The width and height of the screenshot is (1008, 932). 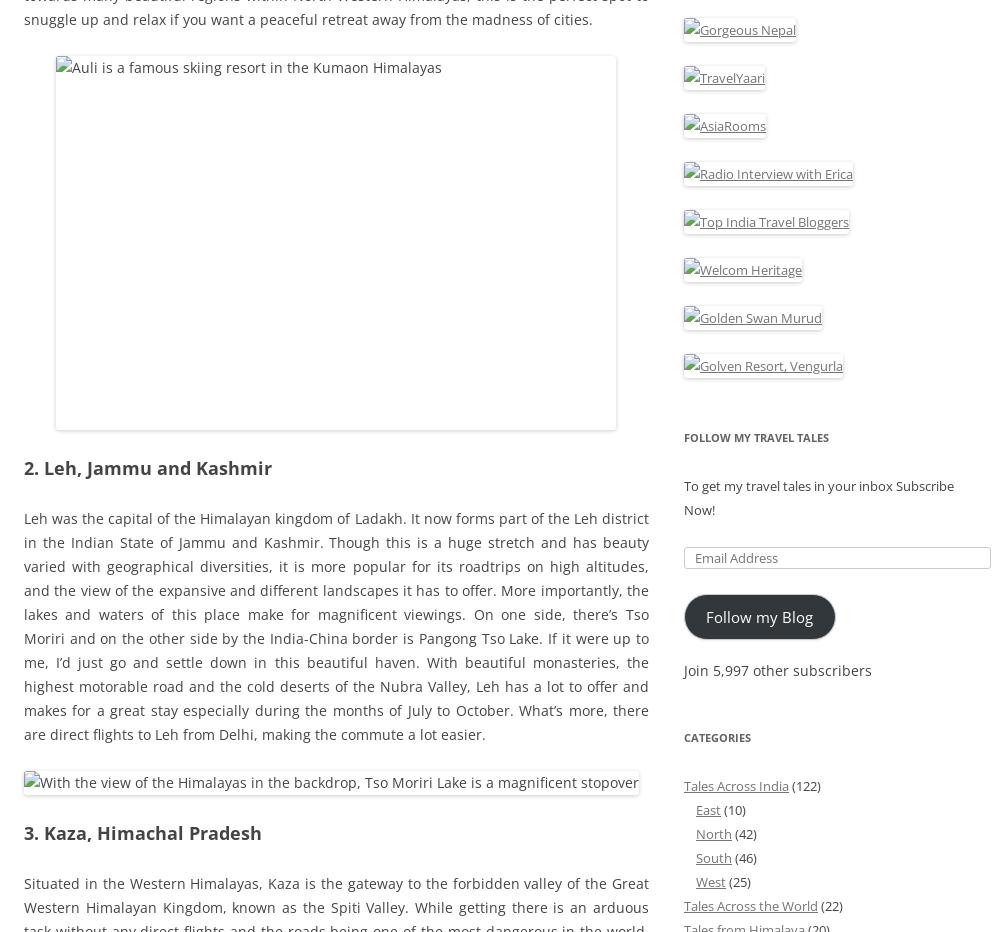 What do you see at coordinates (713, 832) in the screenshot?
I see `'North'` at bounding box center [713, 832].